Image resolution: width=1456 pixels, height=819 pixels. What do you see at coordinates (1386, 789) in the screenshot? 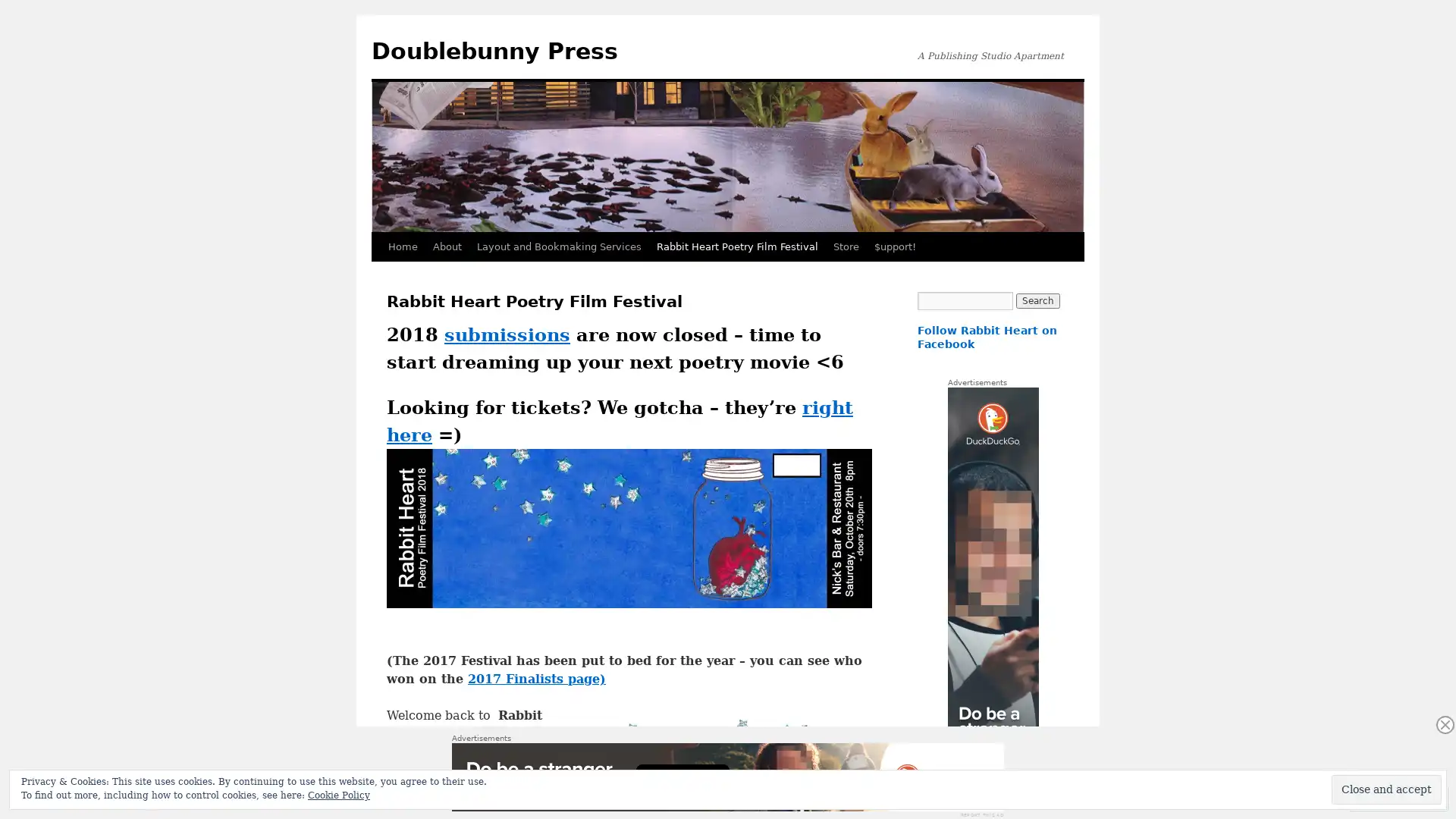
I see `Close and accept` at bounding box center [1386, 789].